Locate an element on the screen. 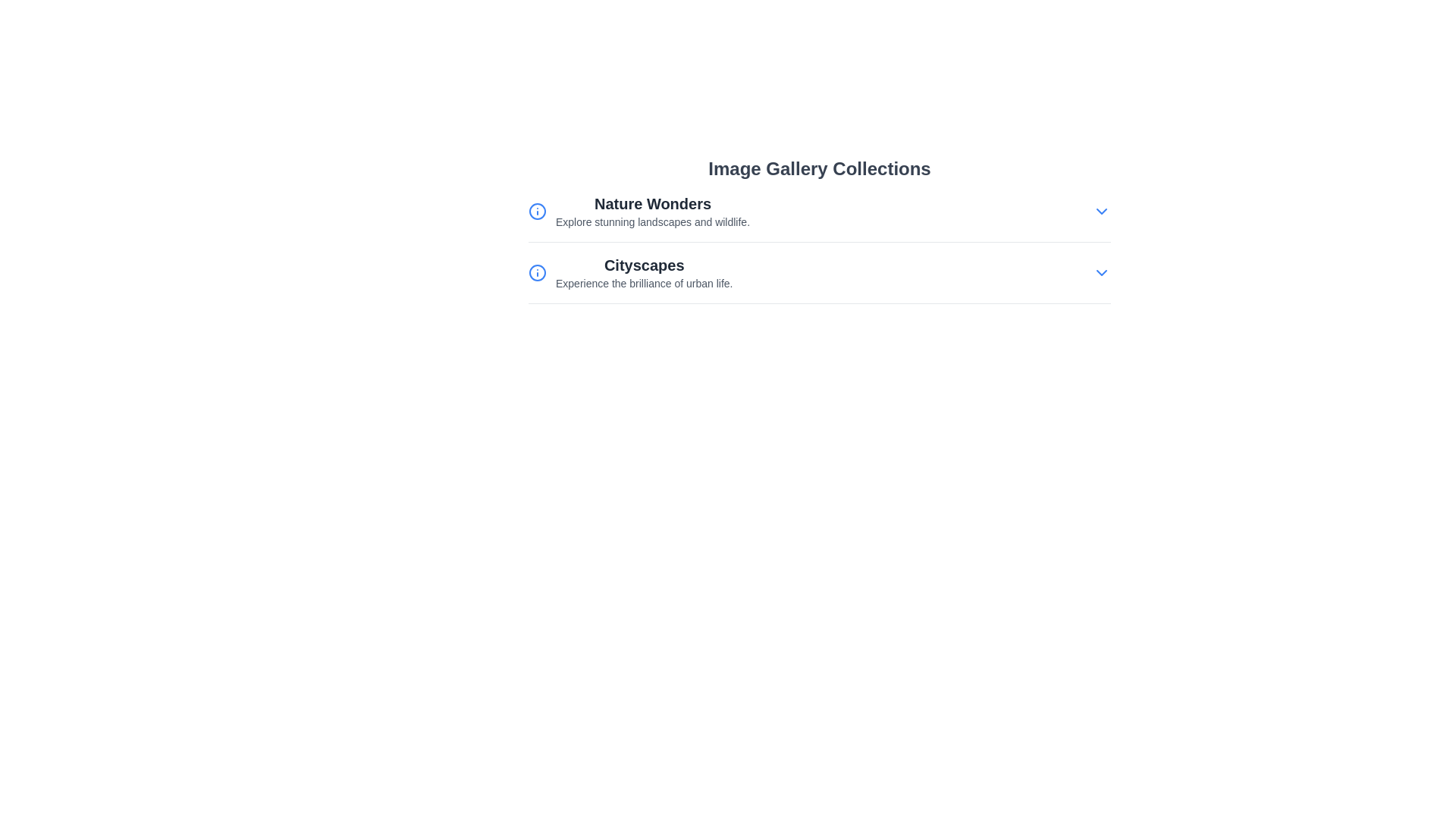  the icons in the first row of the 'Image Gallery Collections' list item, which represents 'Nature Wonders' is located at coordinates (818, 211).